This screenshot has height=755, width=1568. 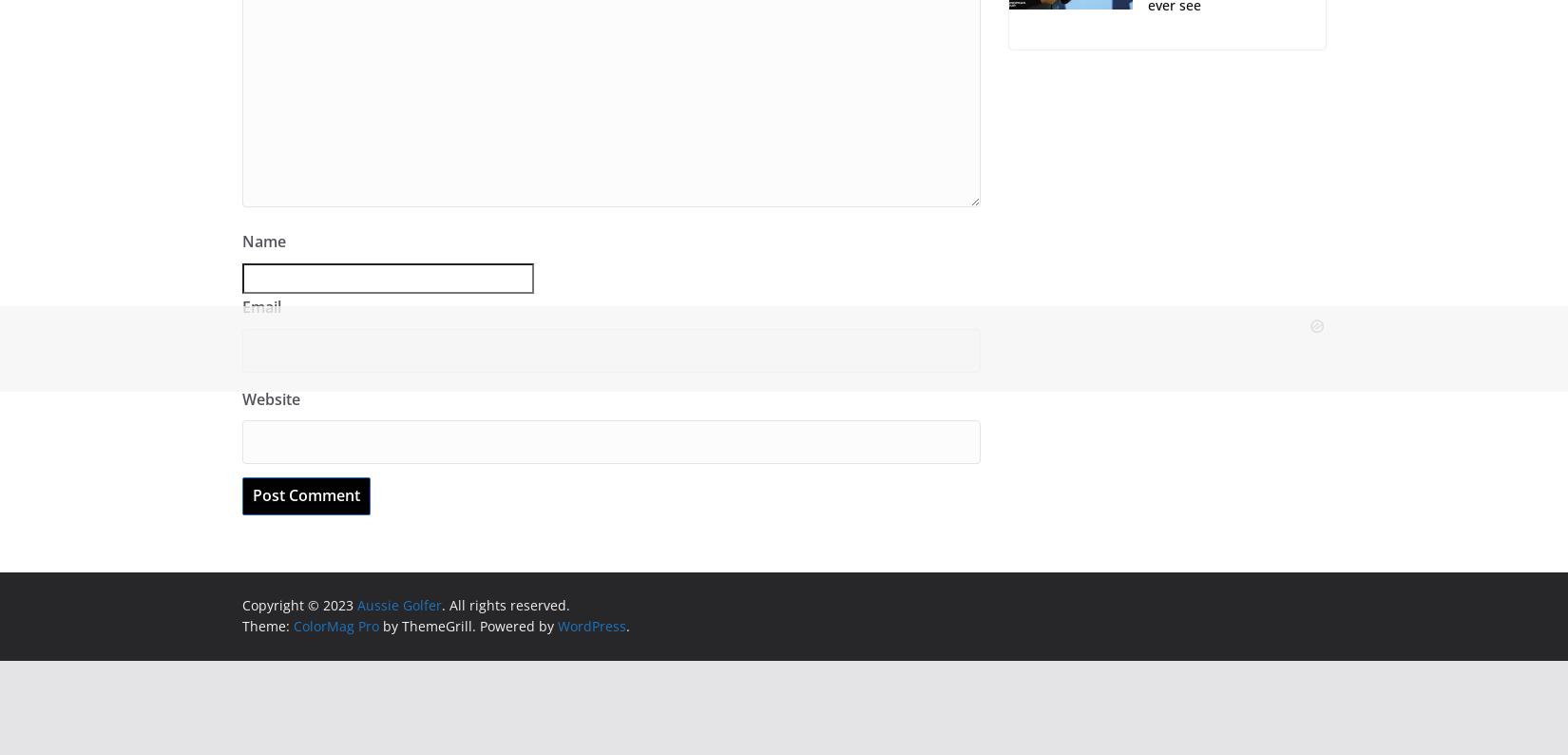 I want to click on 'Name', so click(x=264, y=241).